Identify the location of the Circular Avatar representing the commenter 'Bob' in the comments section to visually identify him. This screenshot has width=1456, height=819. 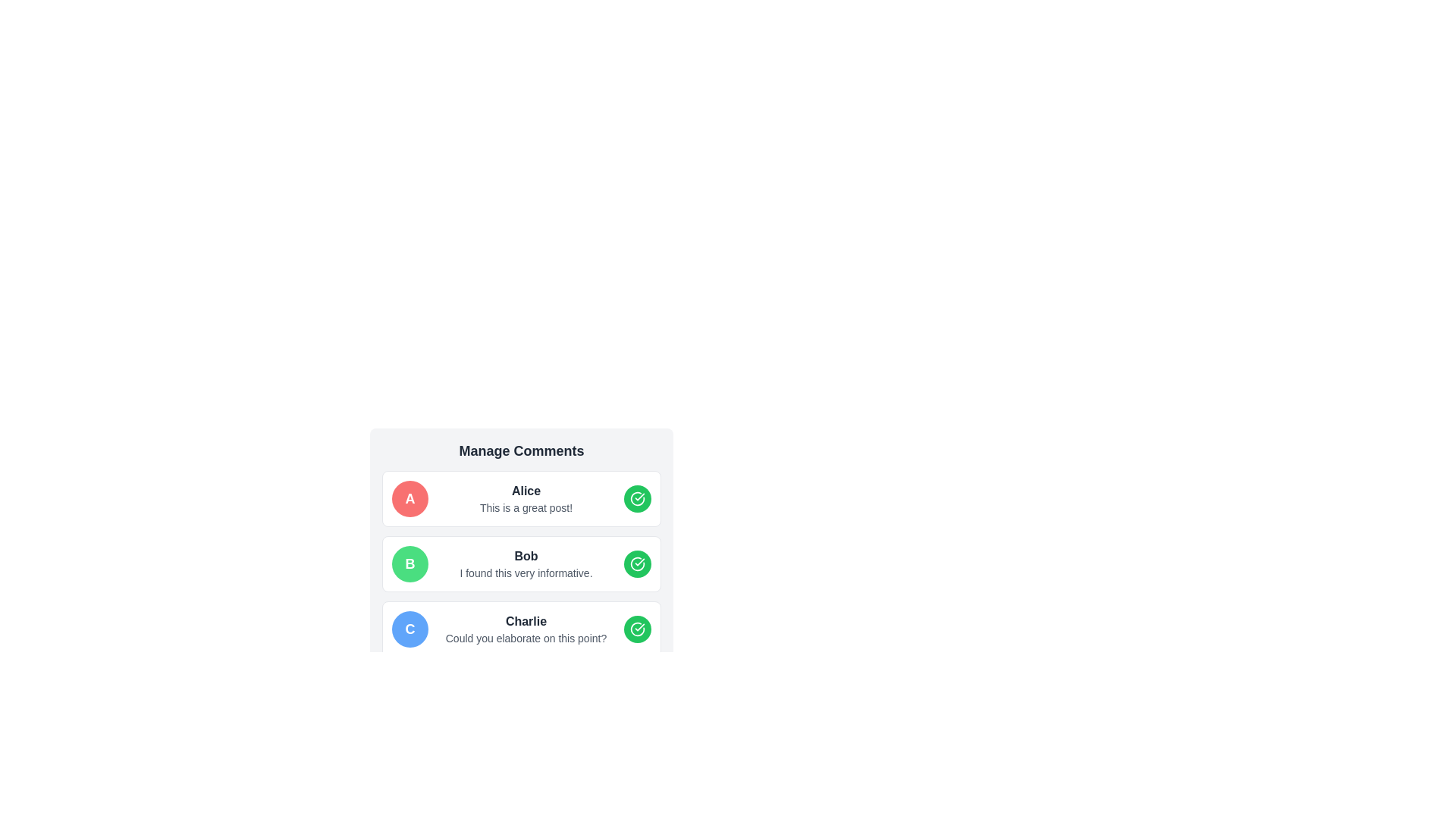
(410, 564).